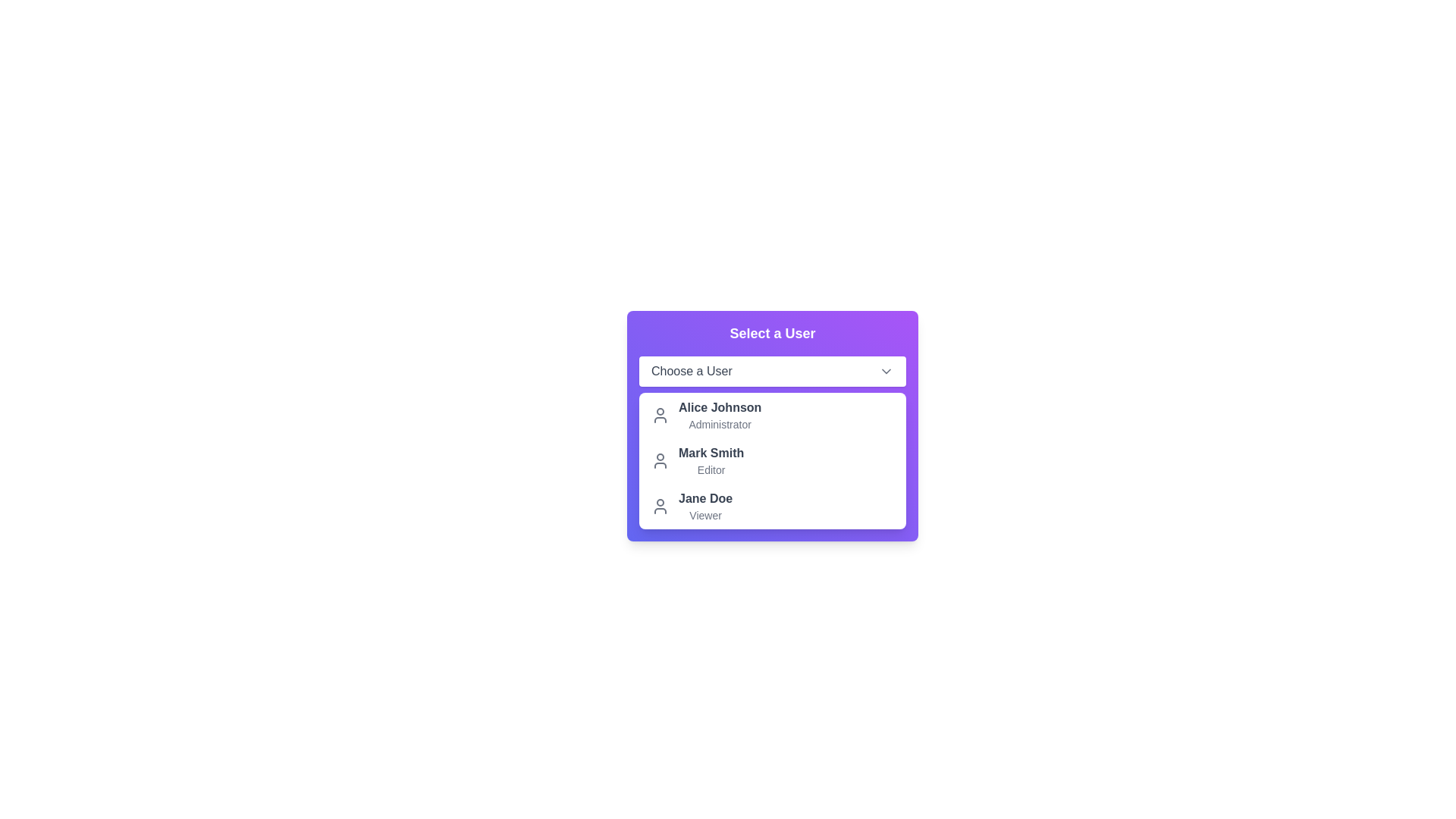 The image size is (1456, 819). I want to click on the text element displaying 'Alice Johnson' in bold typography, so click(719, 406).